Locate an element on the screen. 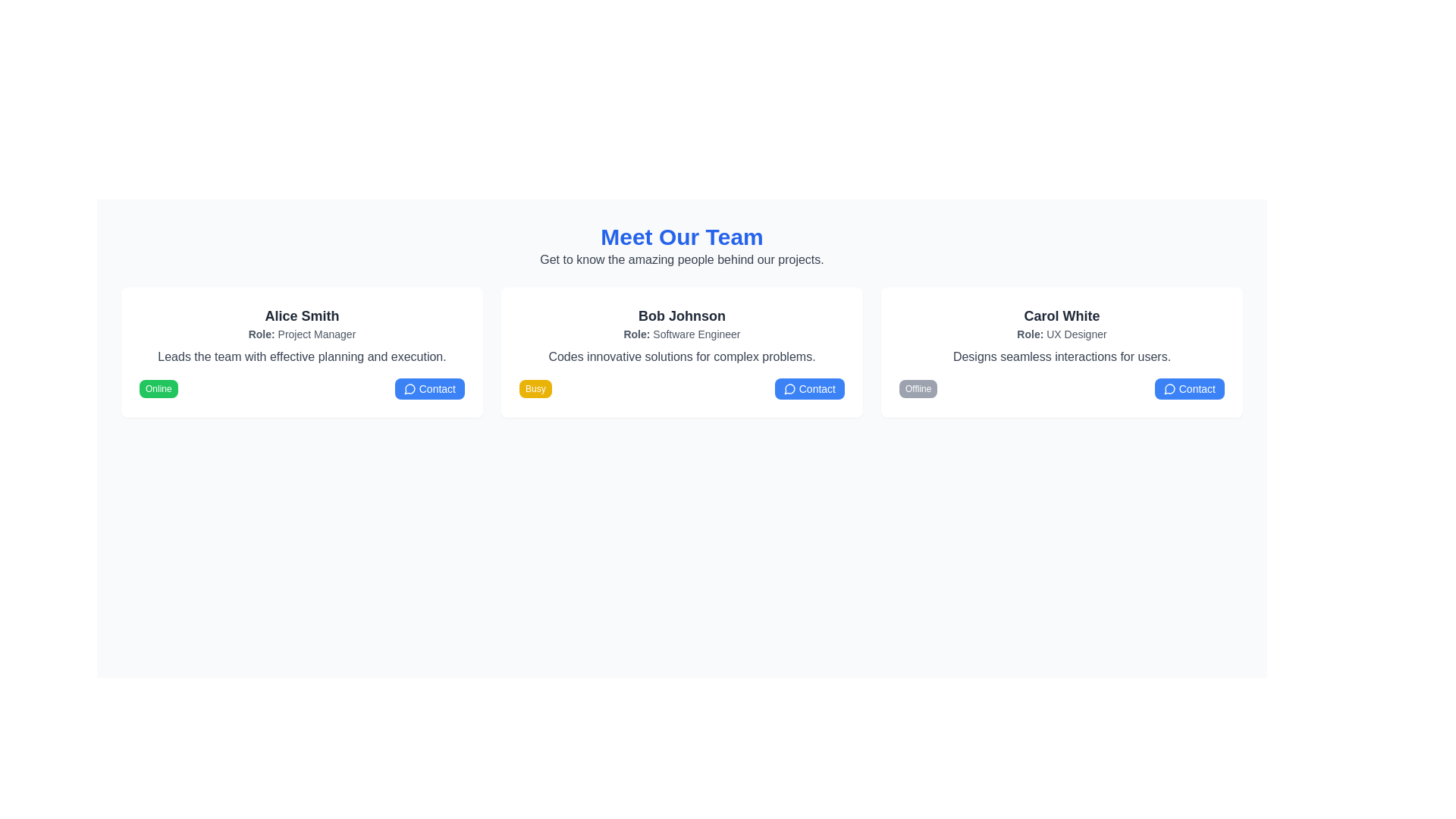  displayed text of the heading element styled as 'Meet Our Team', which is a large, bold, blue, uppercased header text positioned centrally at the top of its section is located at coordinates (681, 237).